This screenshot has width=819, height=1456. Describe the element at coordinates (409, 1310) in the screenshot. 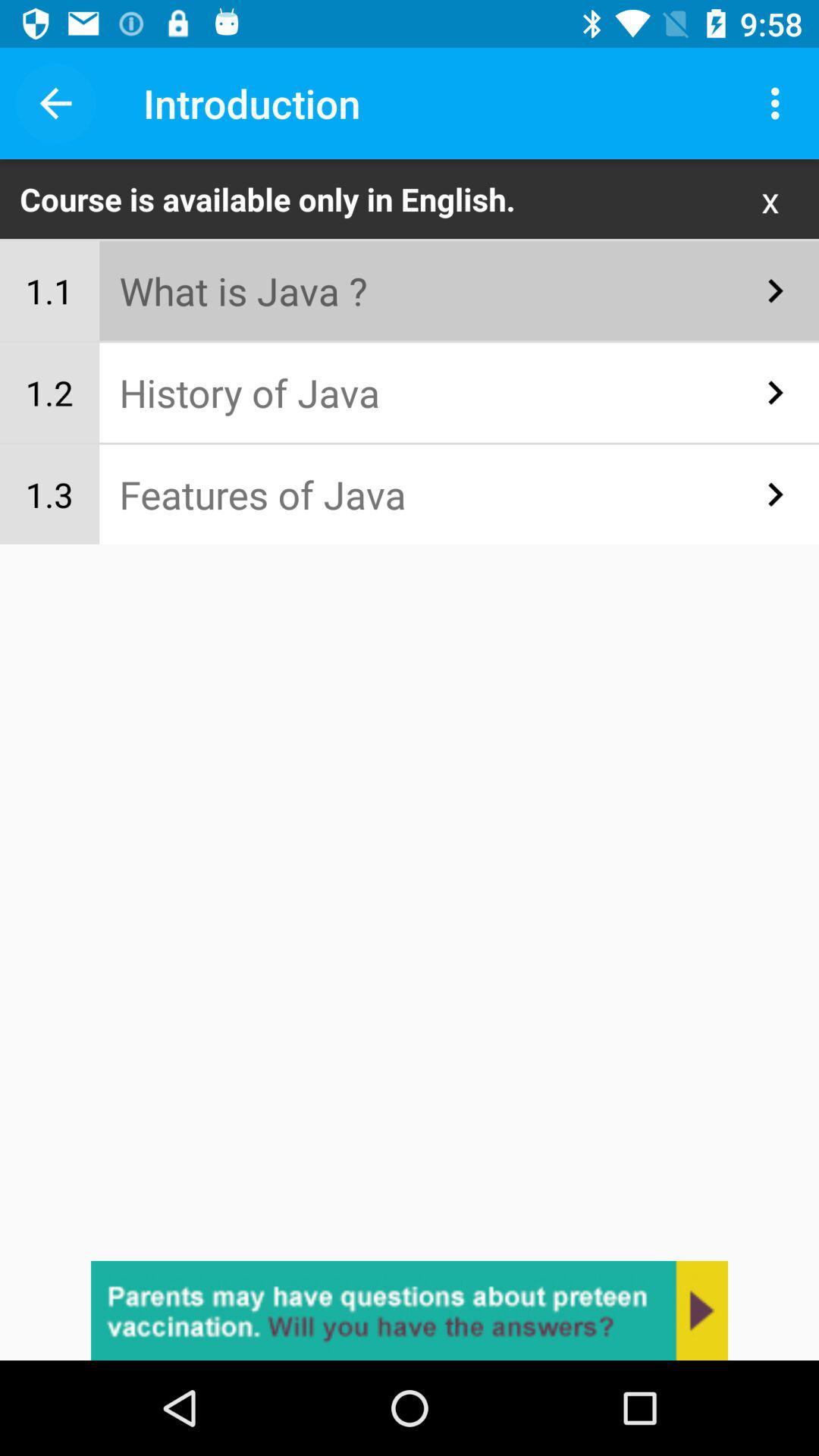

I see `ask the question` at that location.